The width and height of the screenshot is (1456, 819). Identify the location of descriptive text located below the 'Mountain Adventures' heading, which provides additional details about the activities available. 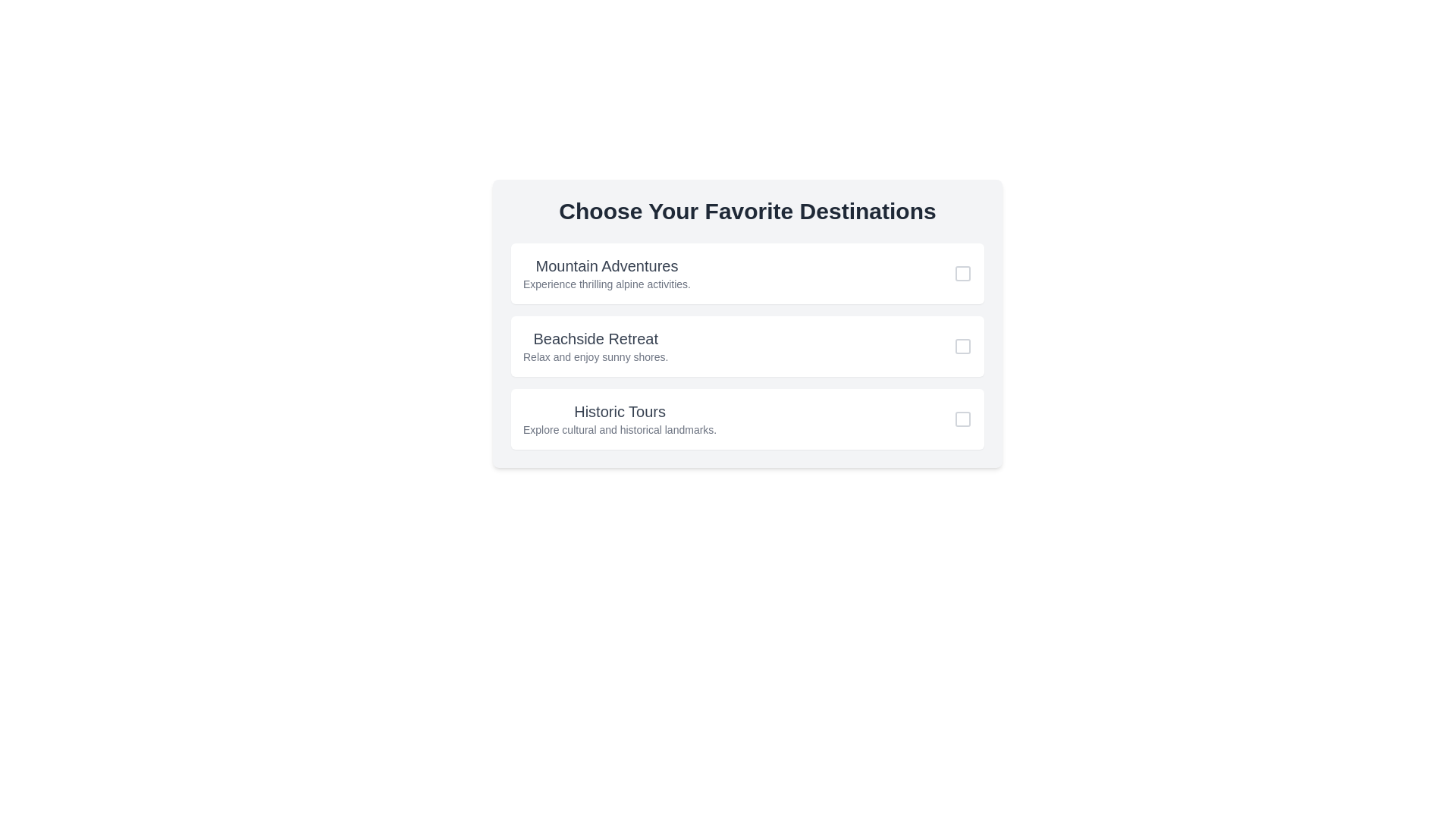
(607, 284).